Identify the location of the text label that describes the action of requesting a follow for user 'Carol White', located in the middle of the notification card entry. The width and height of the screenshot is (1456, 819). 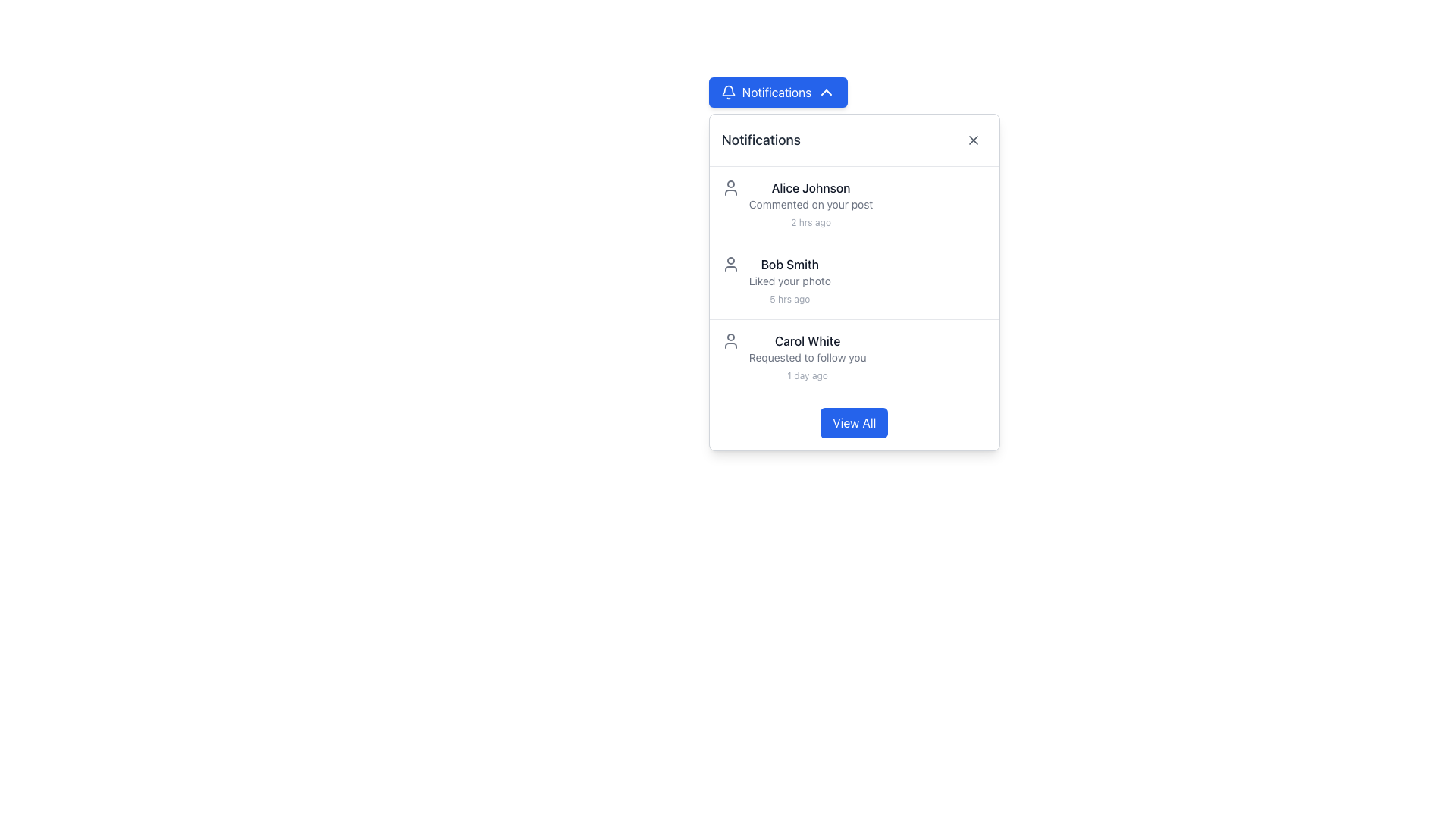
(807, 357).